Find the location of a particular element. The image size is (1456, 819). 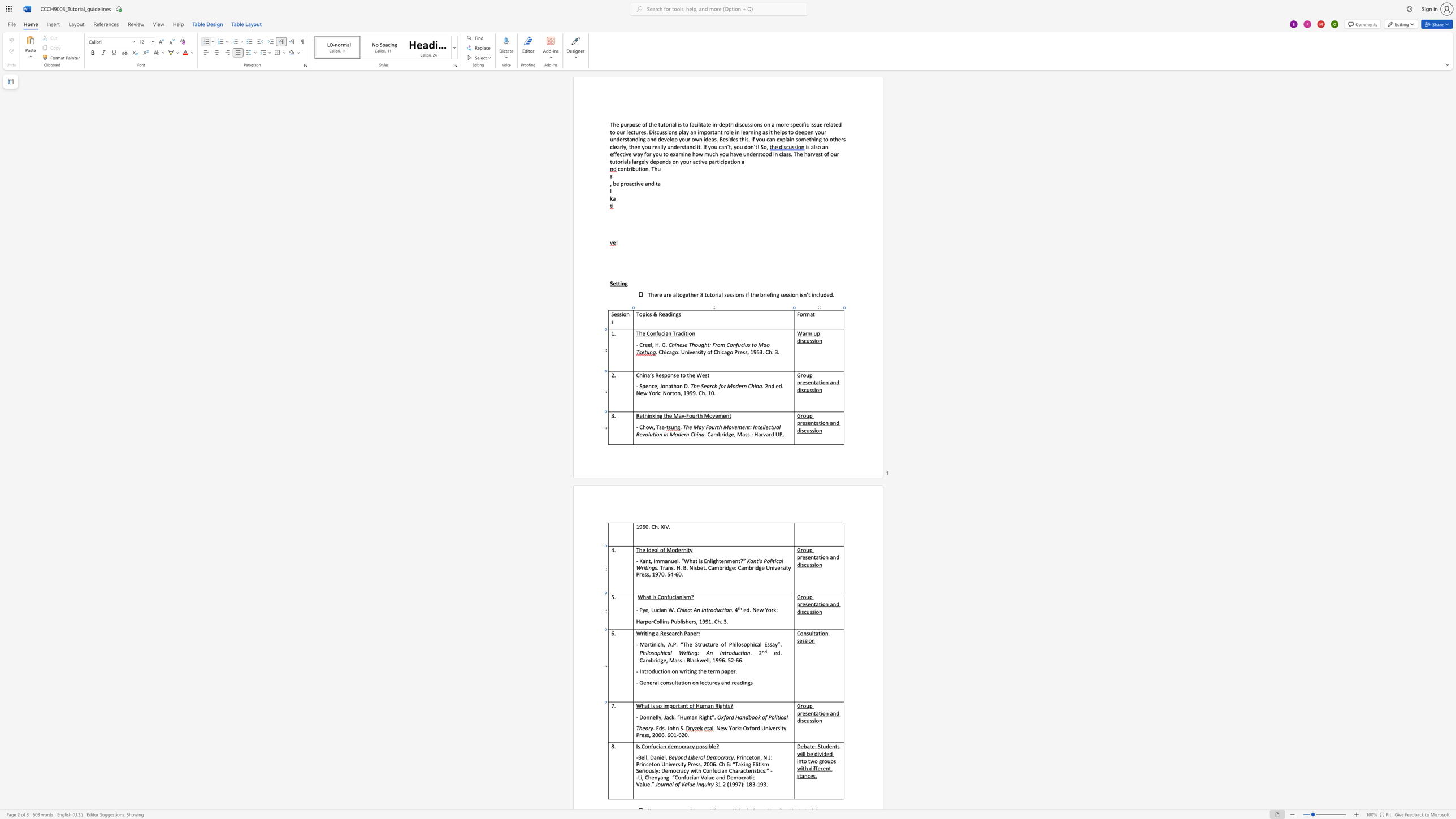

the space between the continuous character "n" and "t" in the text is located at coordinates (685, 705).